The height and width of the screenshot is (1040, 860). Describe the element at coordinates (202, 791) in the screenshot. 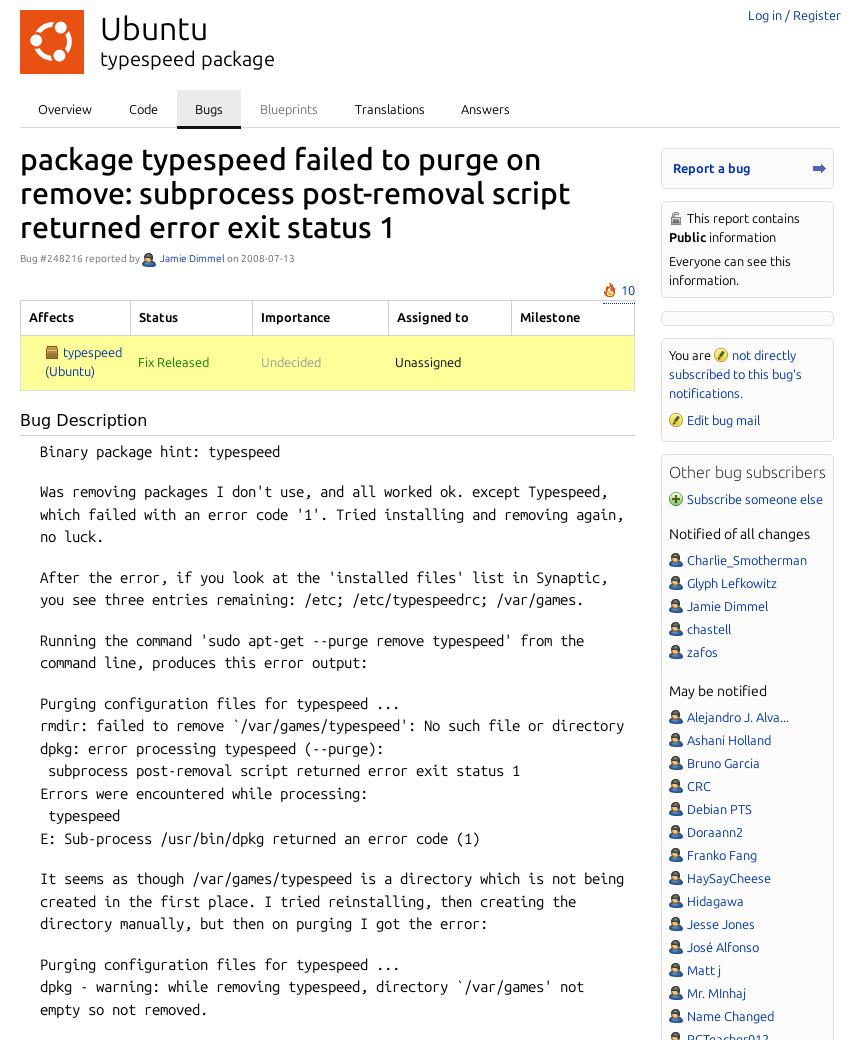

I see `'Errors were encountered while processing:'` at that location.